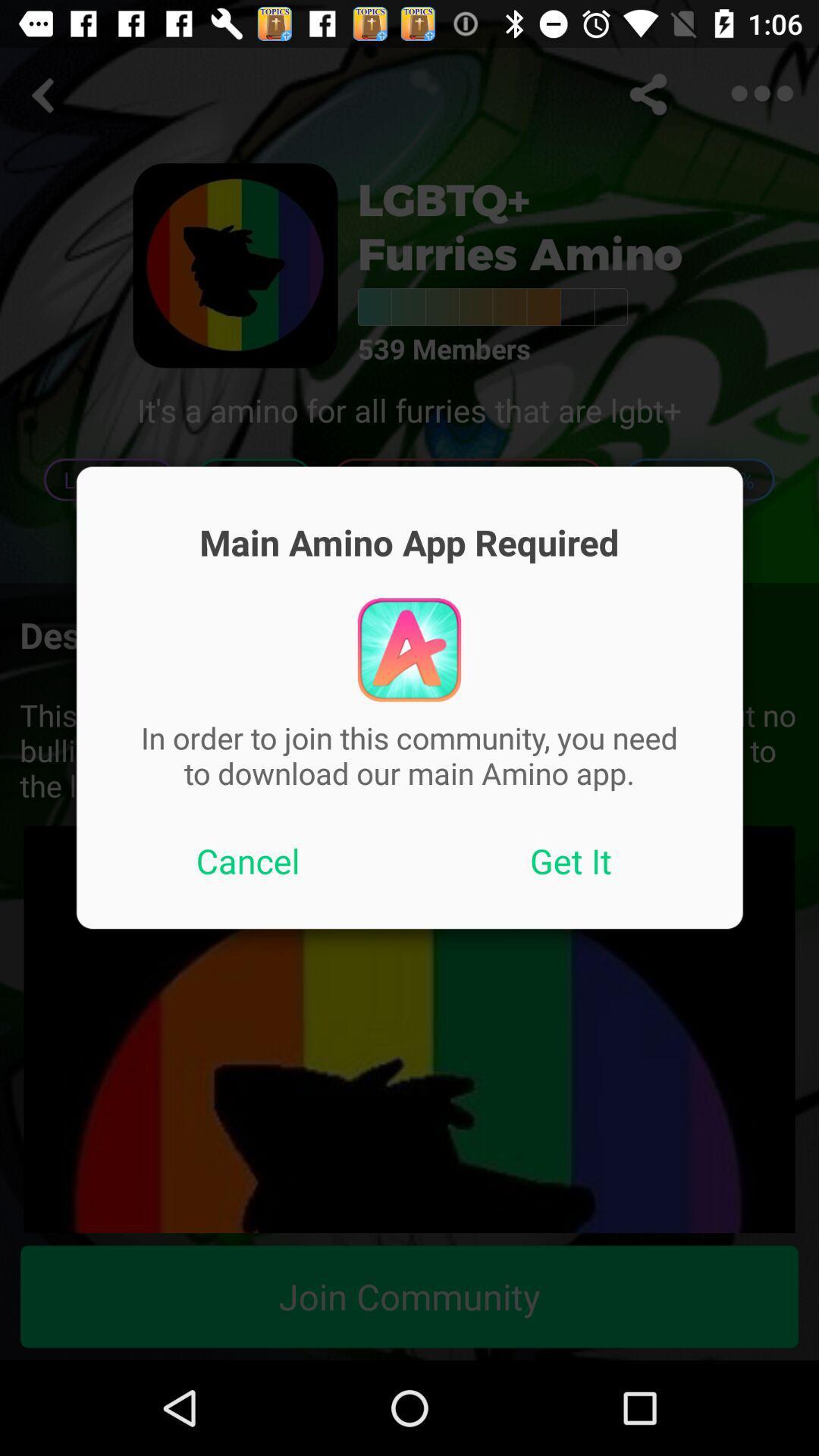 This screenshot has height=1456, width=819. I want to click on get it item, so click(571, 861).